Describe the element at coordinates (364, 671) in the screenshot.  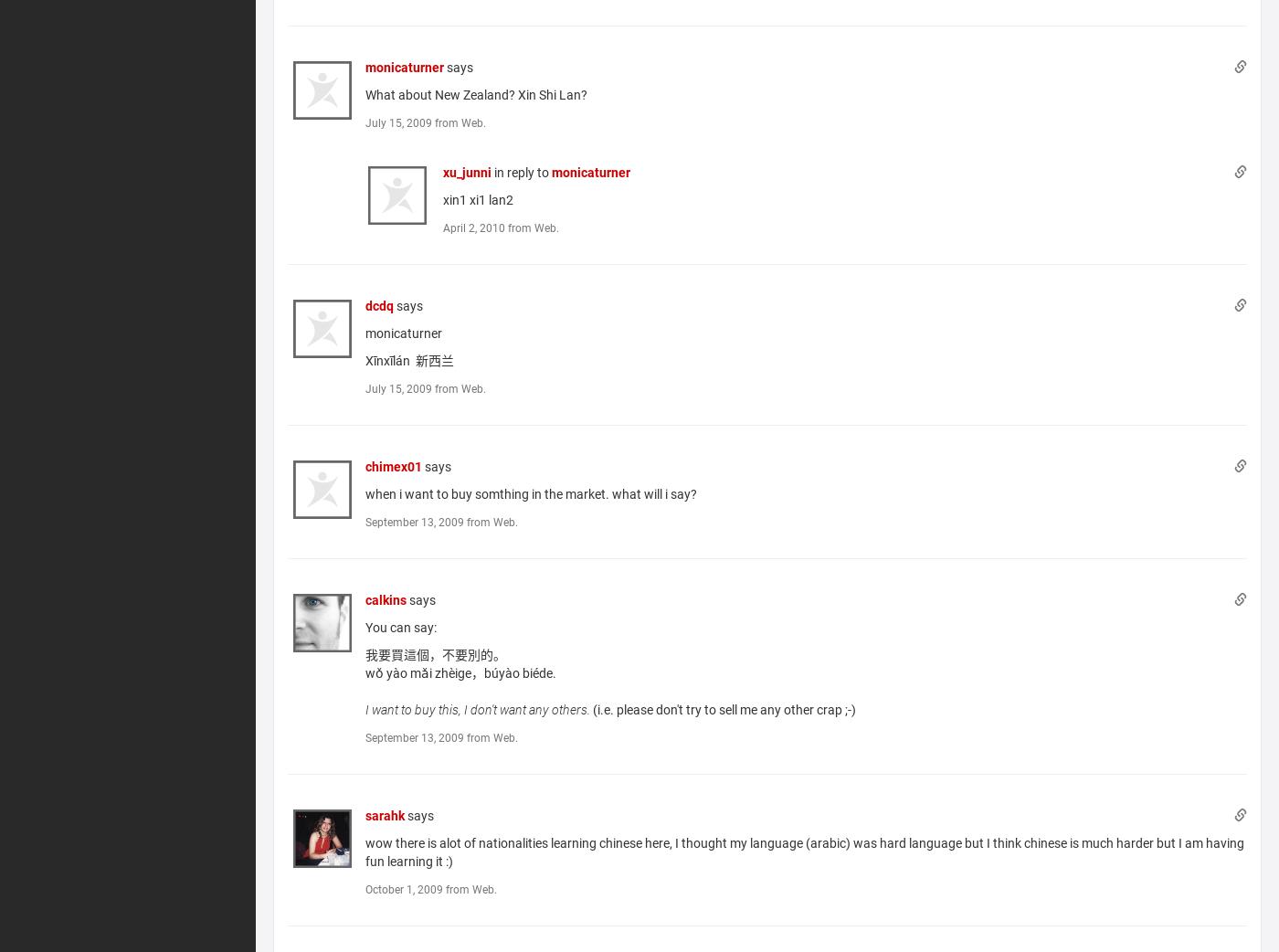
I see `'wǒ yào mǎi zhèige，búyào biéde.'` at that location.